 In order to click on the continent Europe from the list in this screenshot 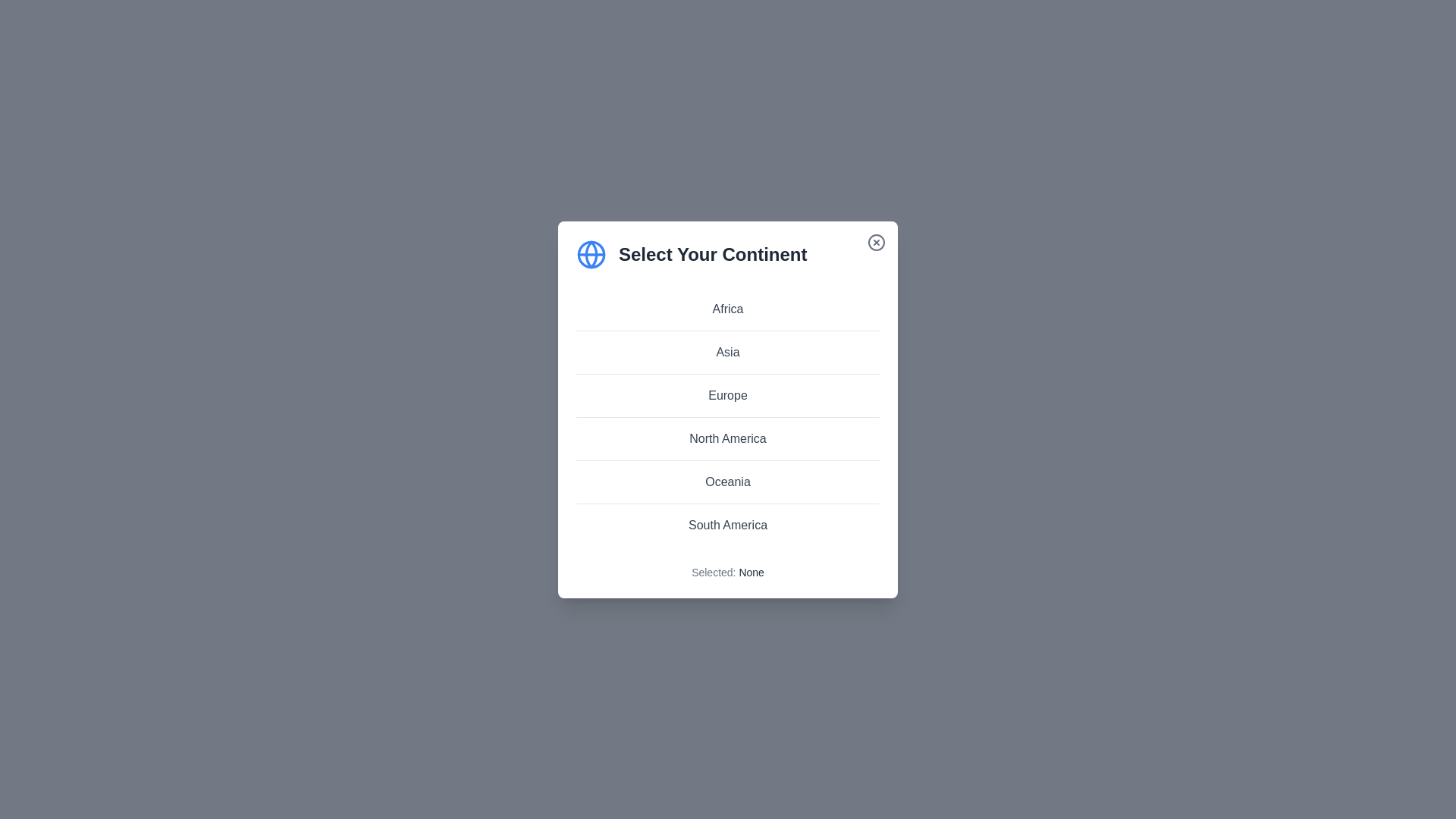, I will do `click(728, 394)`.